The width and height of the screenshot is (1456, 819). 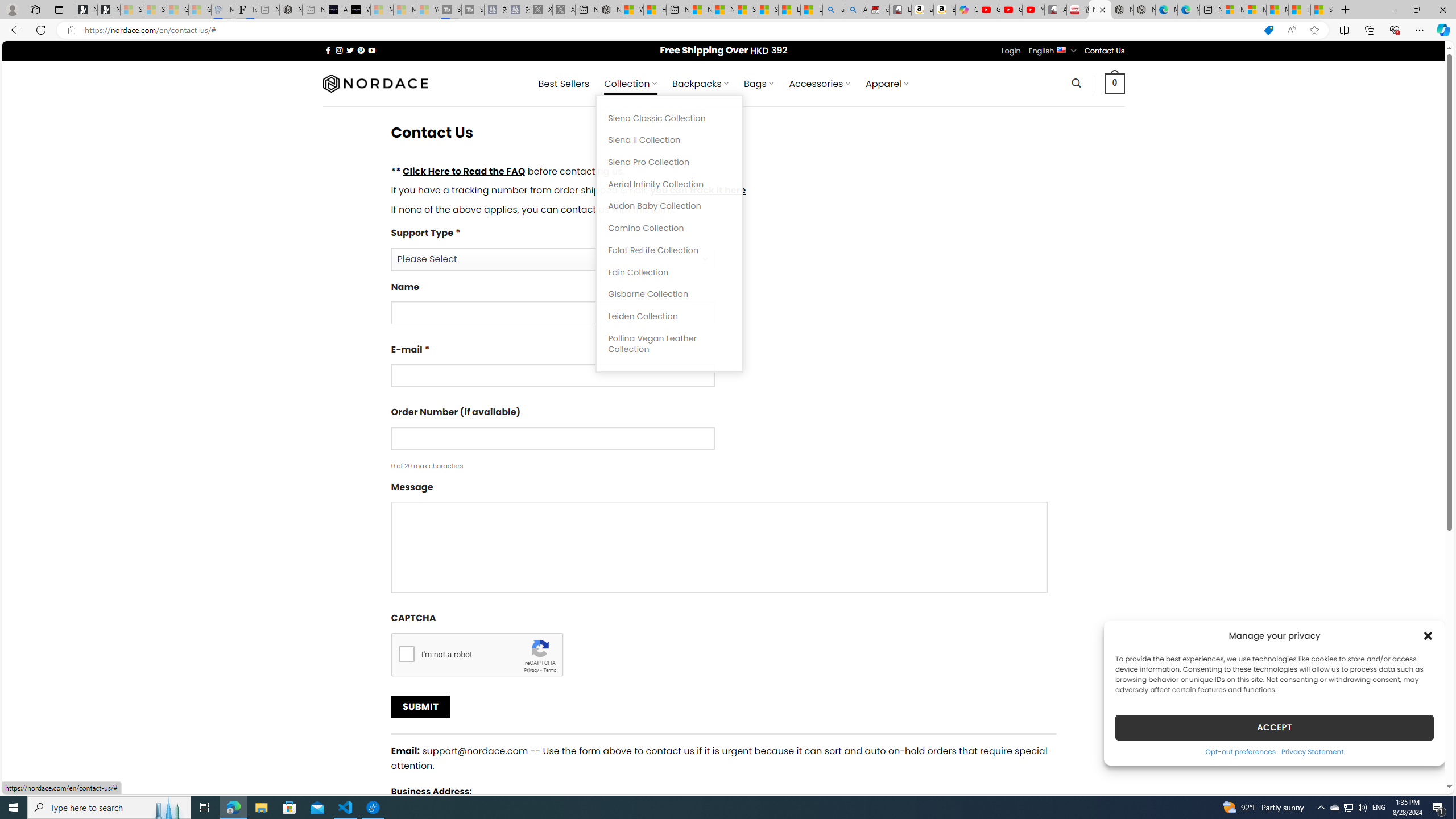 I want to click on 'Gisborne Collection', so click(x=669, y=294).